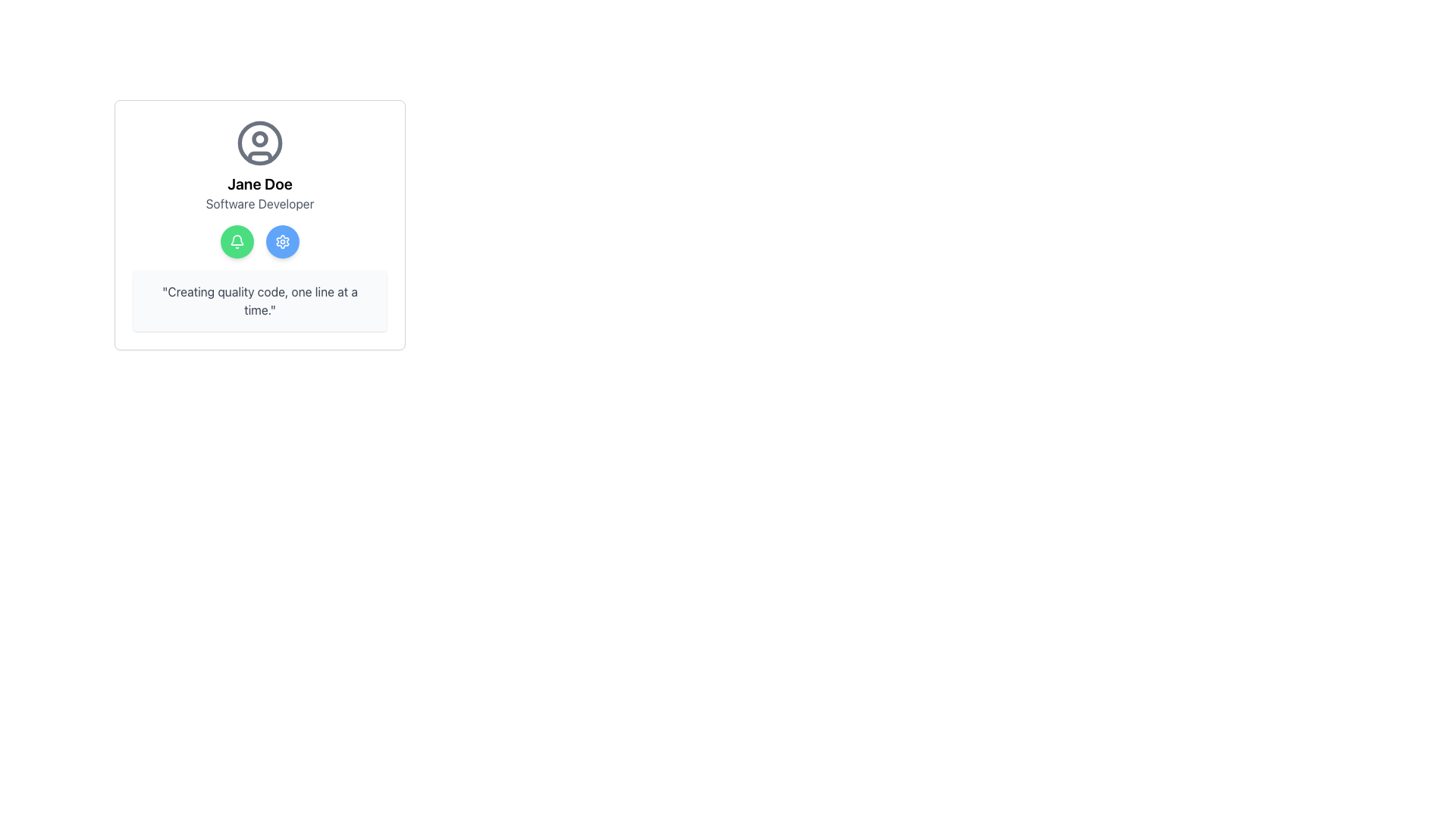 This screenshot has width=1456, height=819. What do you see at coordinates (236, 241) in the screenshot?
I see `the small bell-shaped icon rendered in white color within a green circular background, located below the title 'Software Developer'` at bounding box center [236, 241].